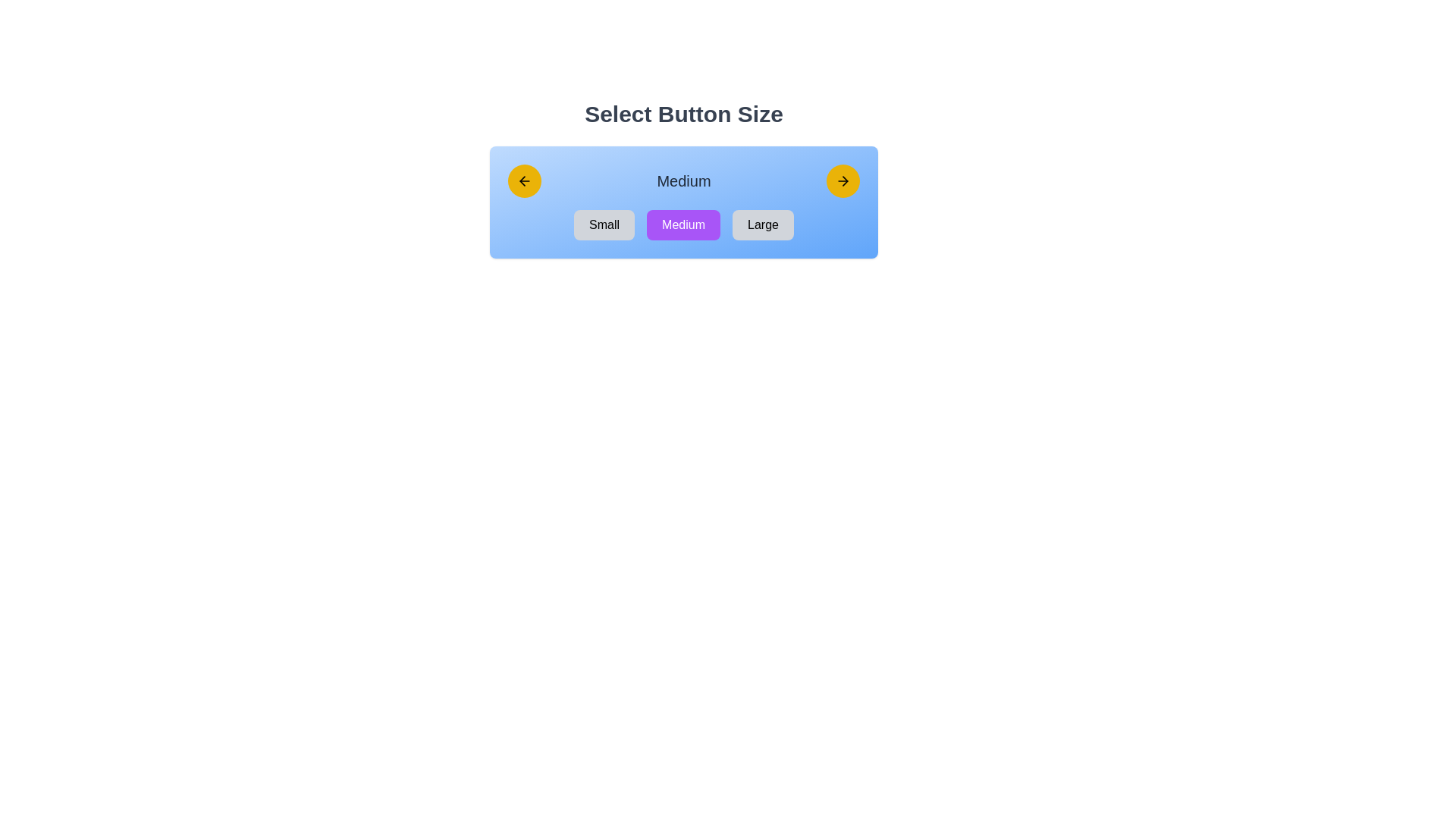 This screenshot has height=819, width=1456. What do you see at coordinates (683, 225) in the screenshot?
I see `the 'Medium' button within the horizontal group of buttons labeled 'Small', 'Medium', and 'Large', which is located under the heading 'Select Button Size' with a purple background and white text` at bounding box center [683, 225].